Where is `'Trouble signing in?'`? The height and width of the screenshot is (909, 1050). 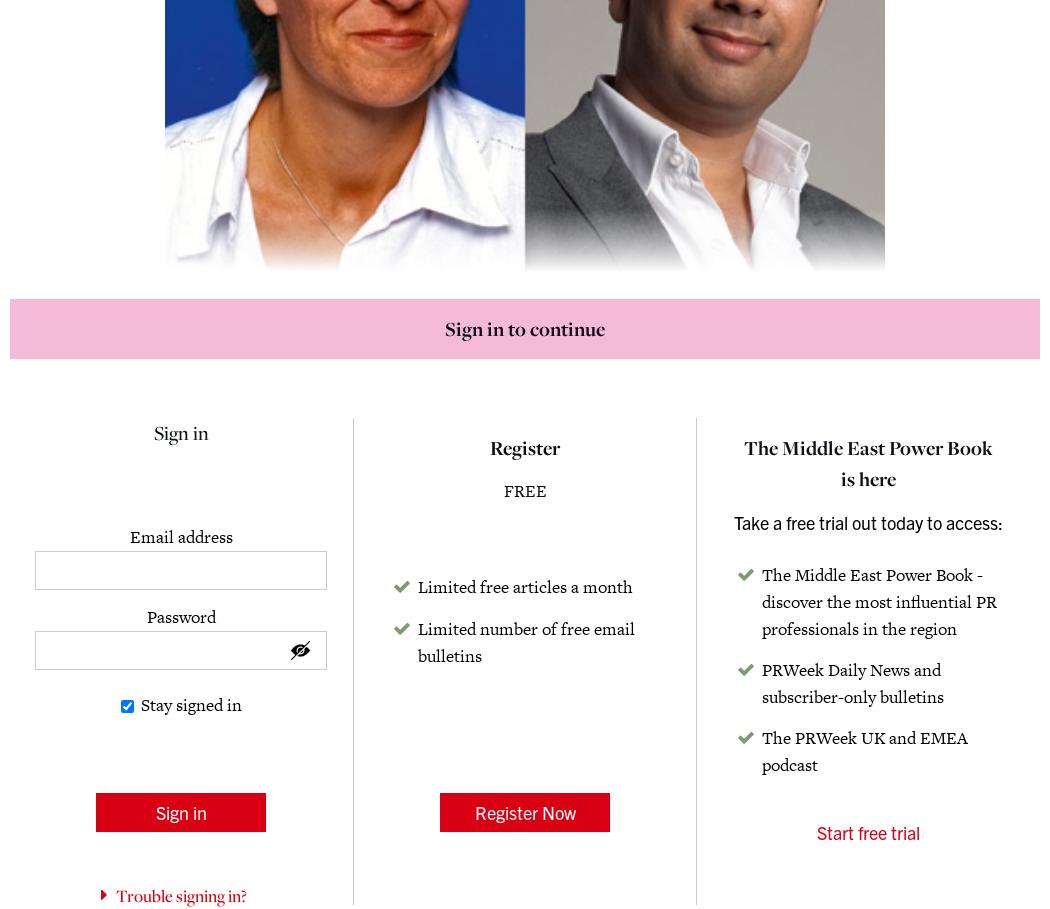
'Trouble signing in?' is located at coordinates (180, 896).